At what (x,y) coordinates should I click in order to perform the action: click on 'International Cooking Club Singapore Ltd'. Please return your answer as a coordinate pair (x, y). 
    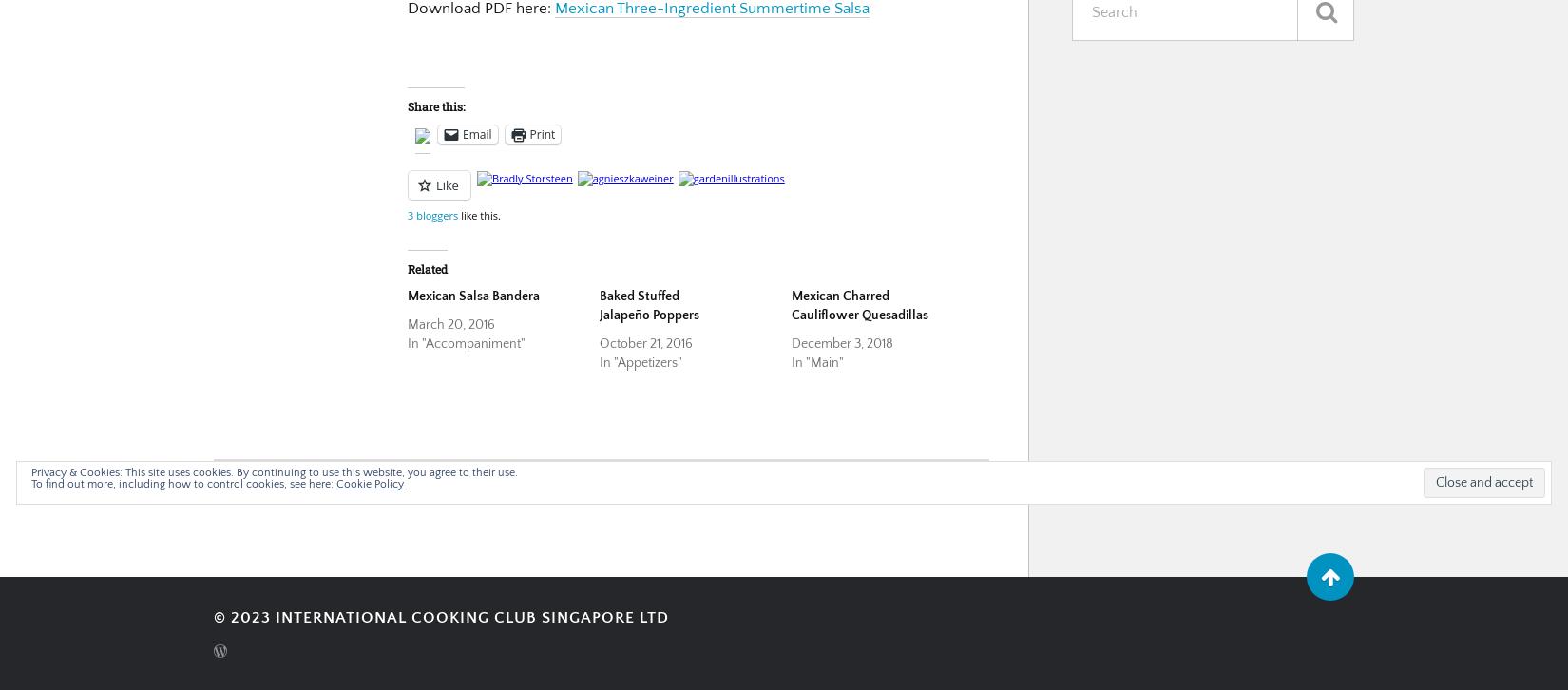
    Looking at the image, I should click on (470, 615).